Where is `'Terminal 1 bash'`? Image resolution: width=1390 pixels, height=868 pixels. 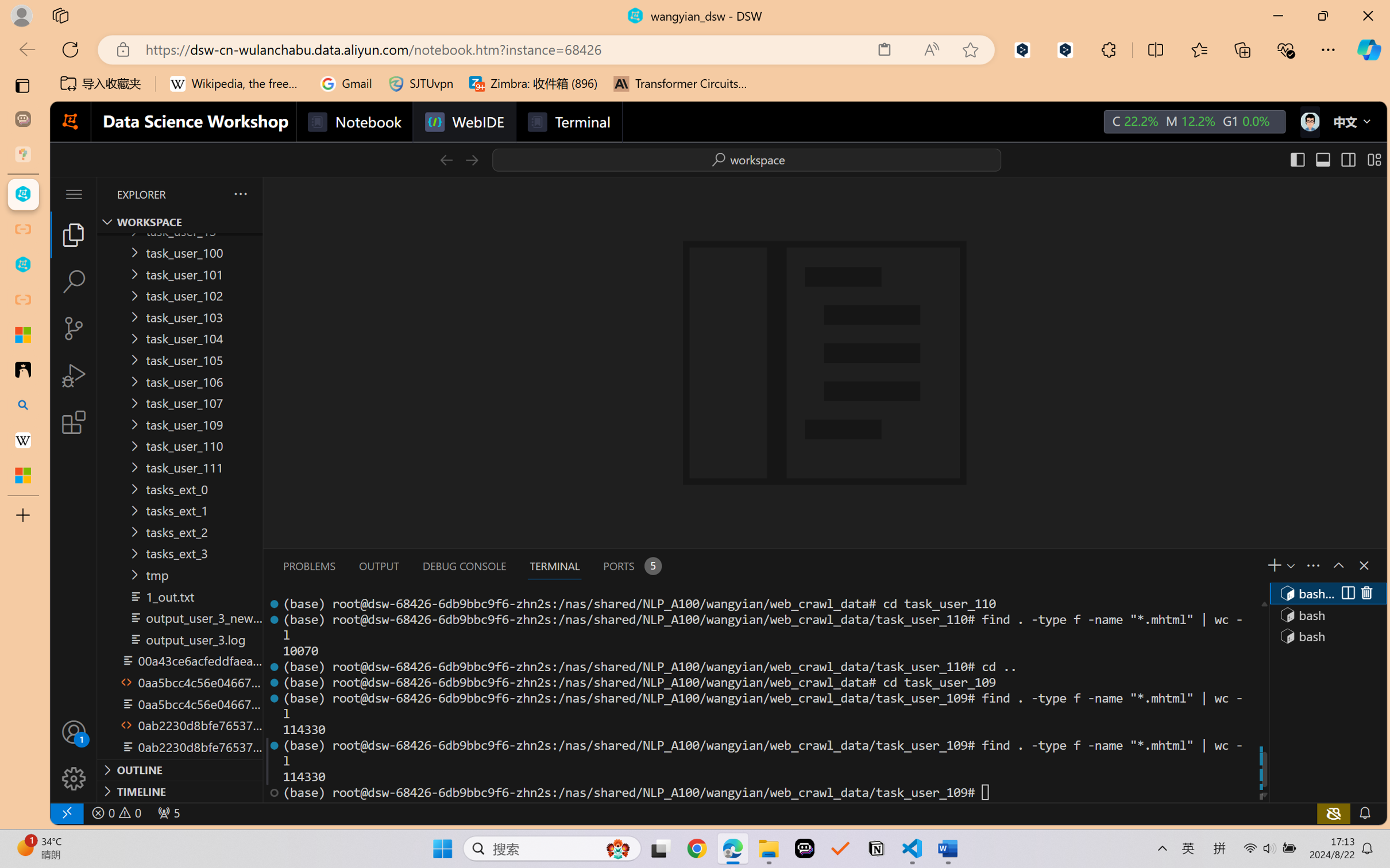
'Terminal 1 bash' is located at coordinates (1326, 593).